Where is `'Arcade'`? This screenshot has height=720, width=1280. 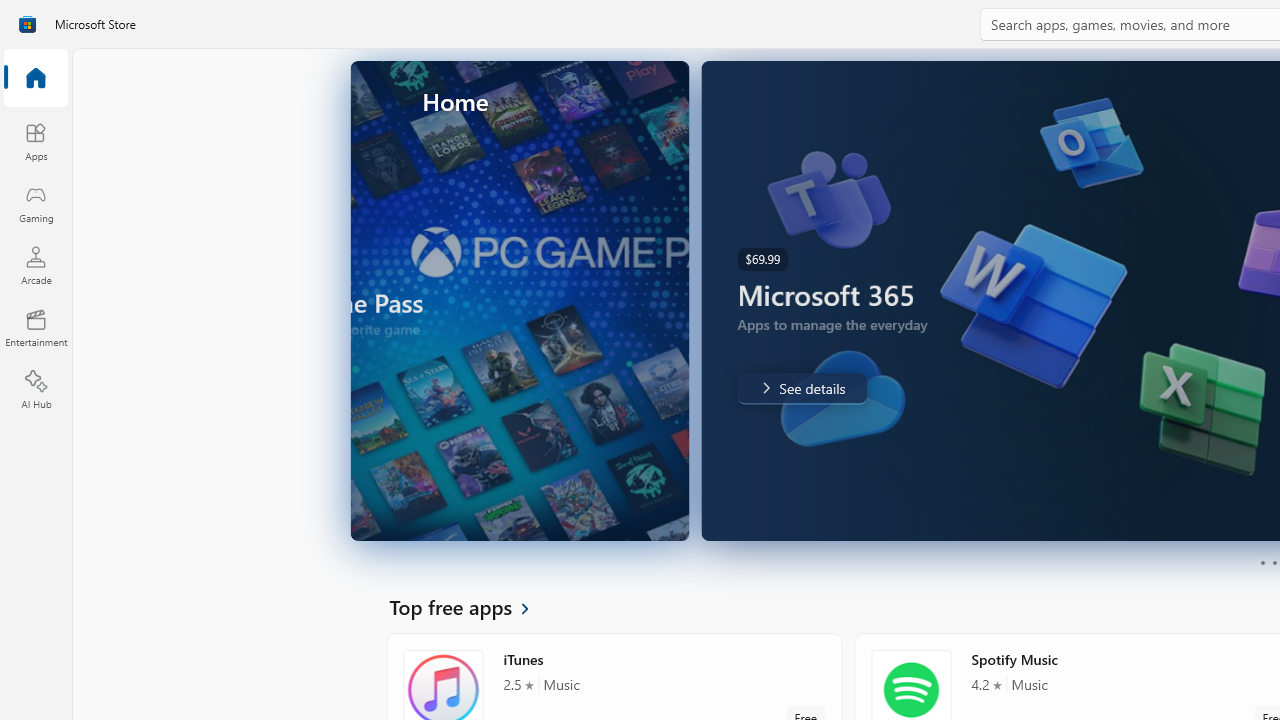 'Arcade' is located at coordinates (35, 264).